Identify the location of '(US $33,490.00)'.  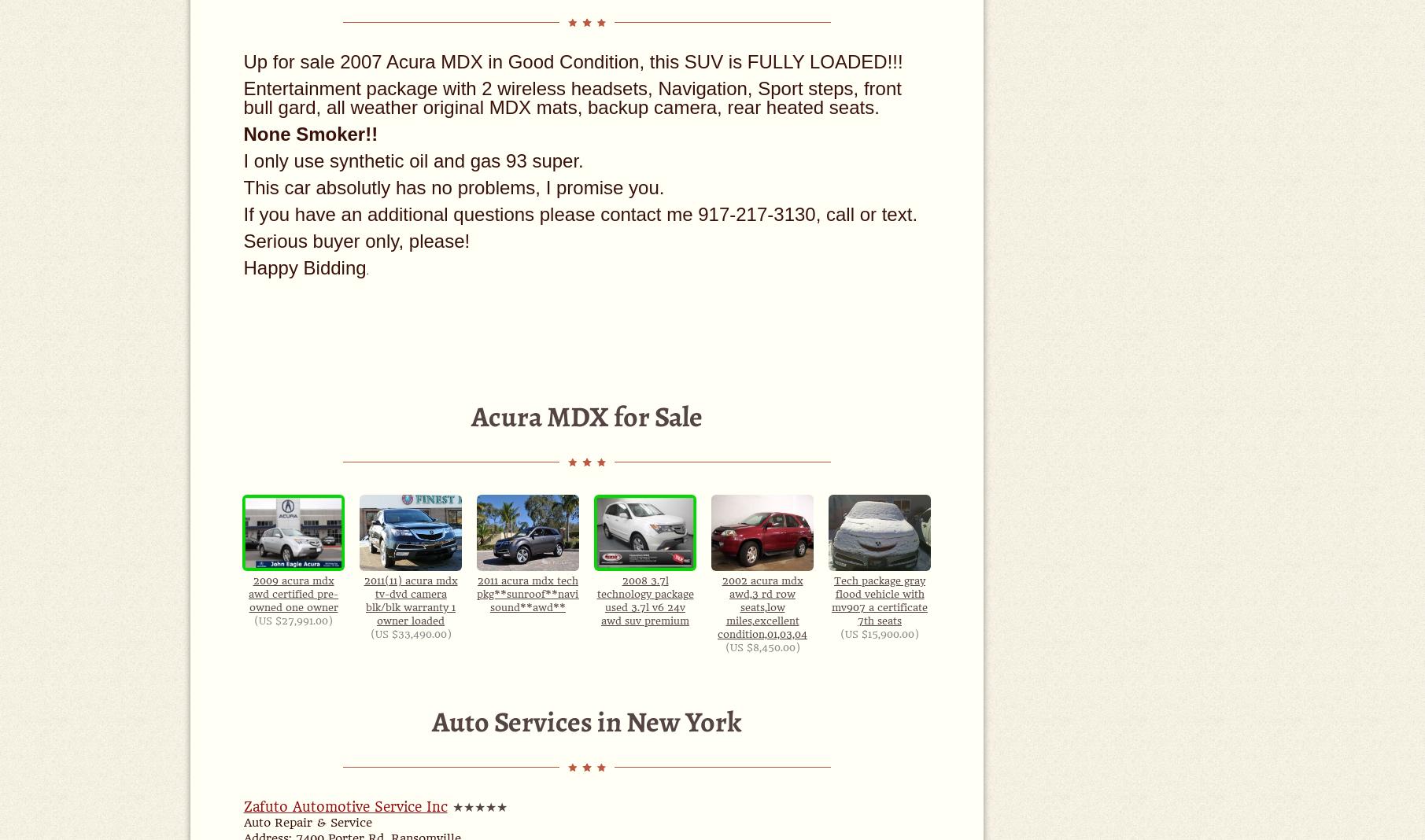
(369, 633).